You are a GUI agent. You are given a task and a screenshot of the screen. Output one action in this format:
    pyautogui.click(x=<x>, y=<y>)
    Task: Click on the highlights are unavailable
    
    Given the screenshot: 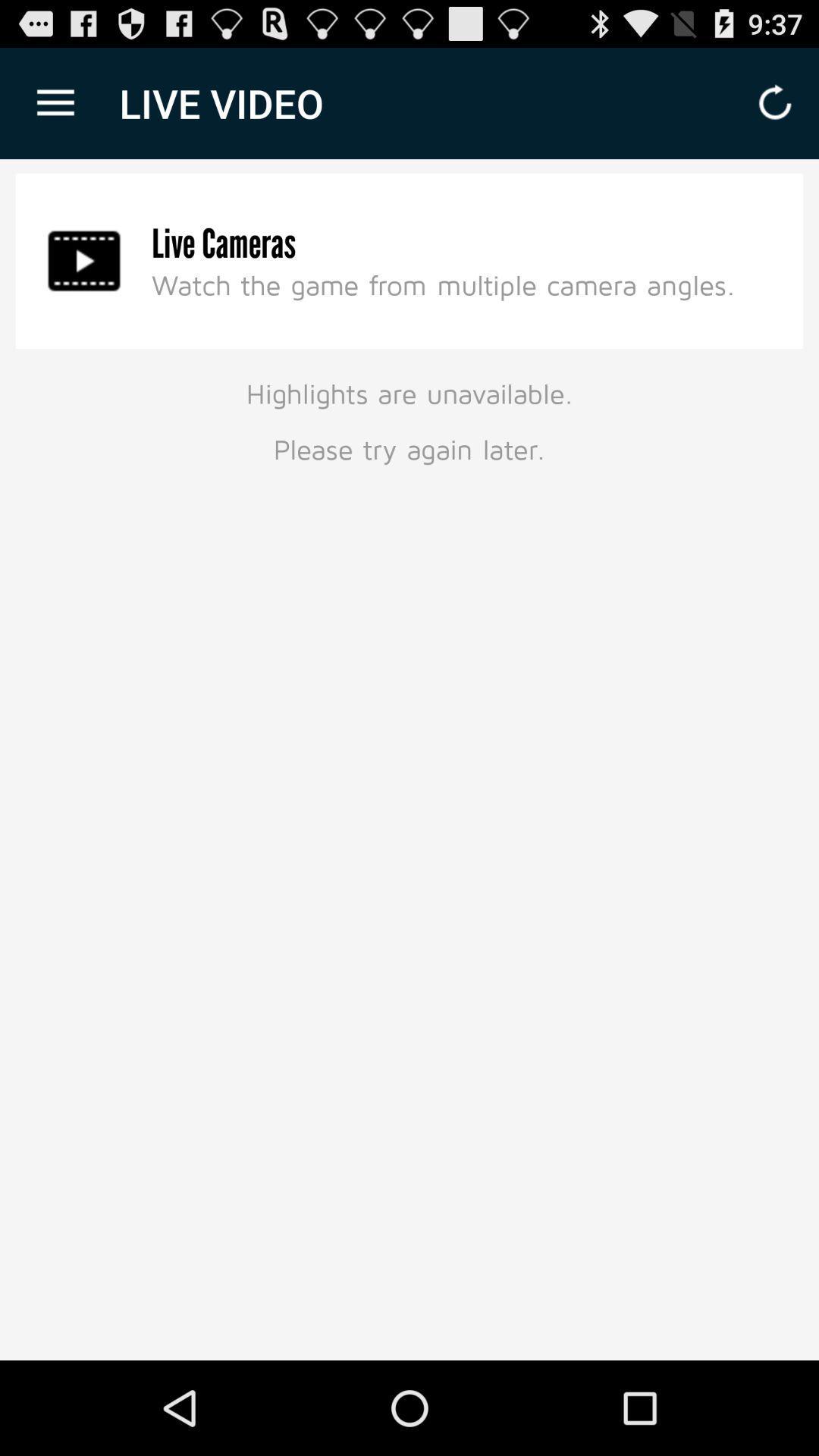 What is the action you would take?
    pyautogui.click(x=409, y=419)
    